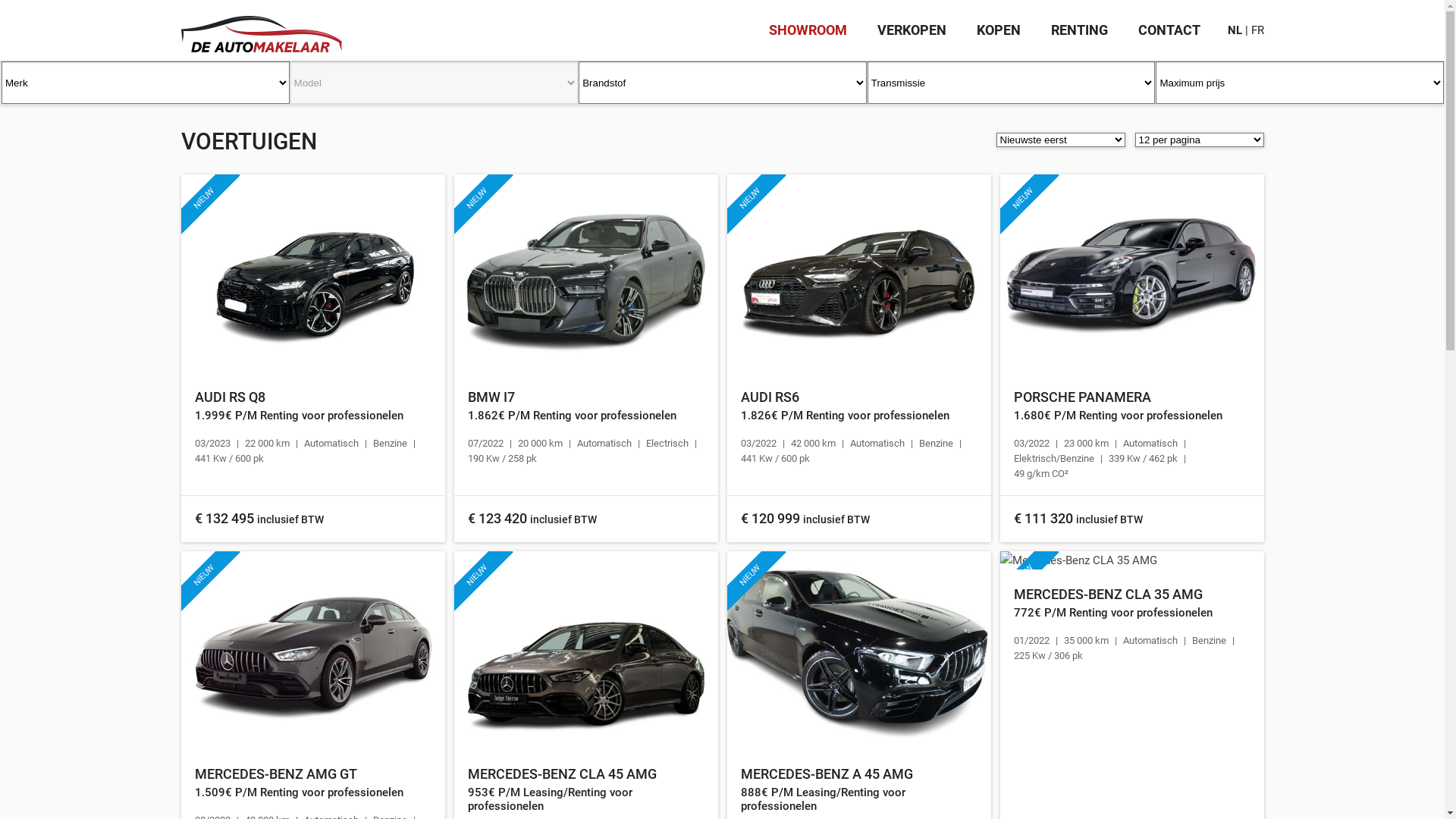 This screenshot has height=819, width=1456. I want to click on 'CONTACT', so click(1167, 30).